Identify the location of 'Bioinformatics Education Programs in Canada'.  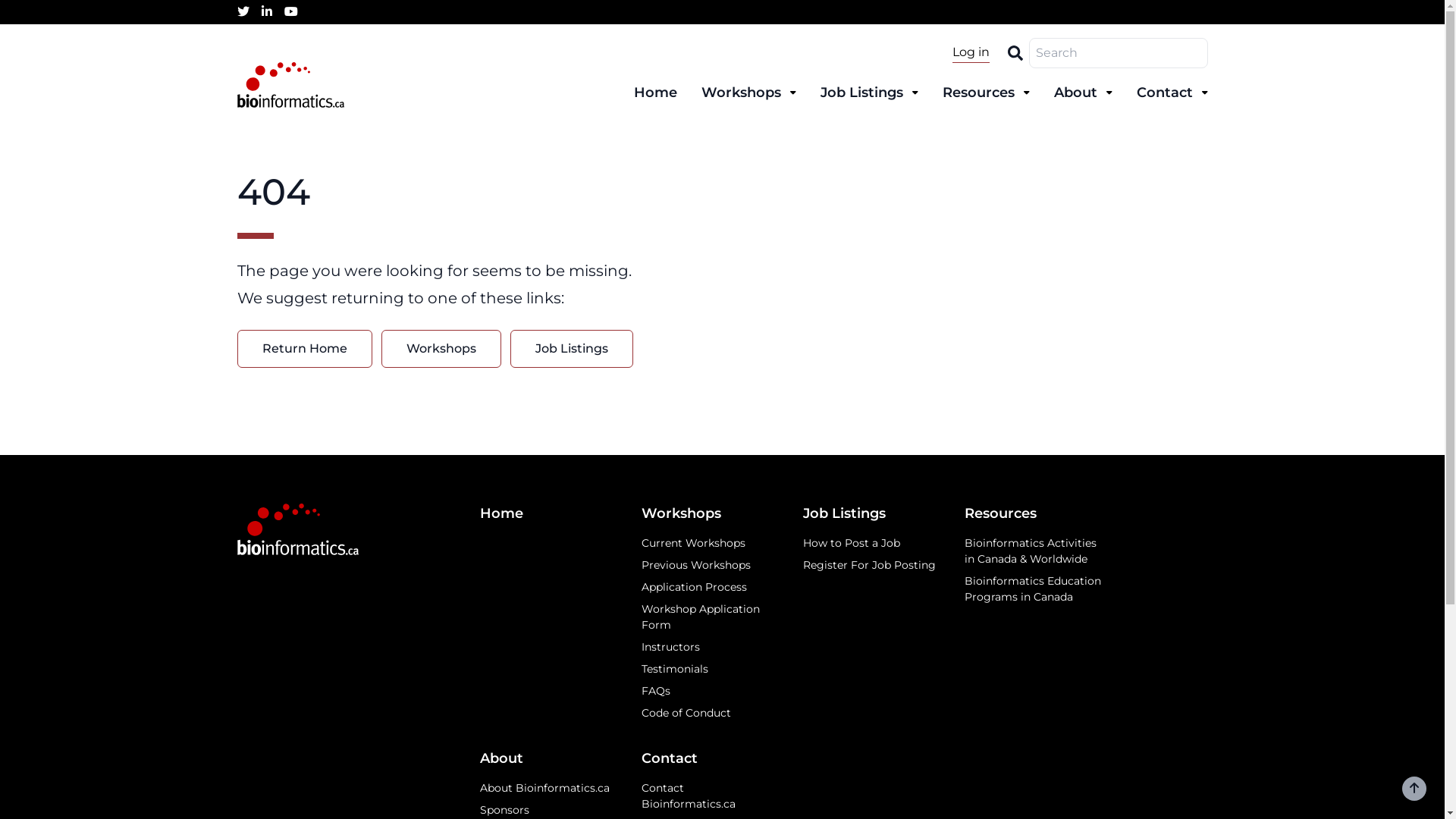
(1033, 588).